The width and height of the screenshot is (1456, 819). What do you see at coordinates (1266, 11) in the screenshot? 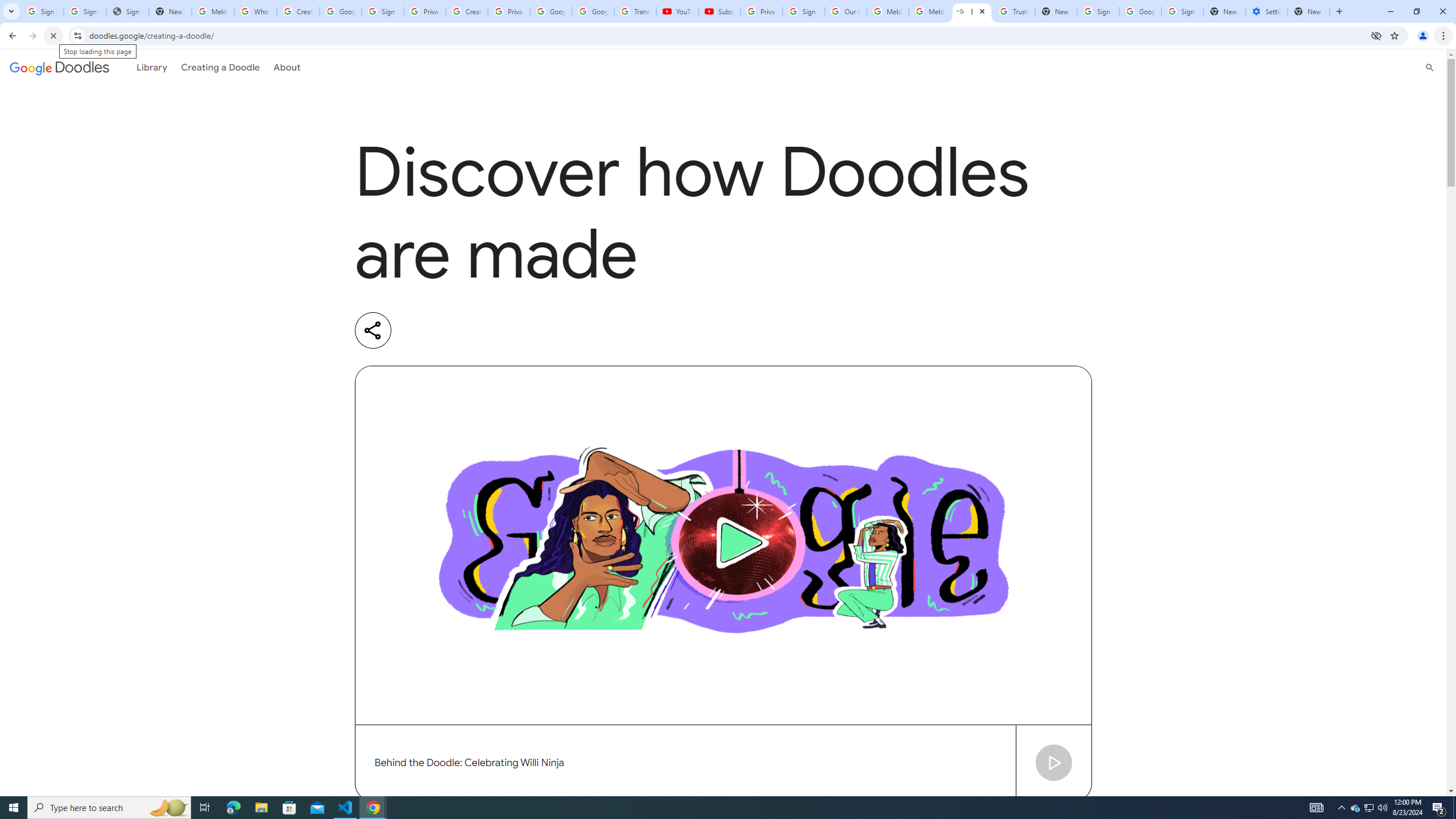
I see `'Settings - Addresses and more'` at bounding box center [1266, 11].